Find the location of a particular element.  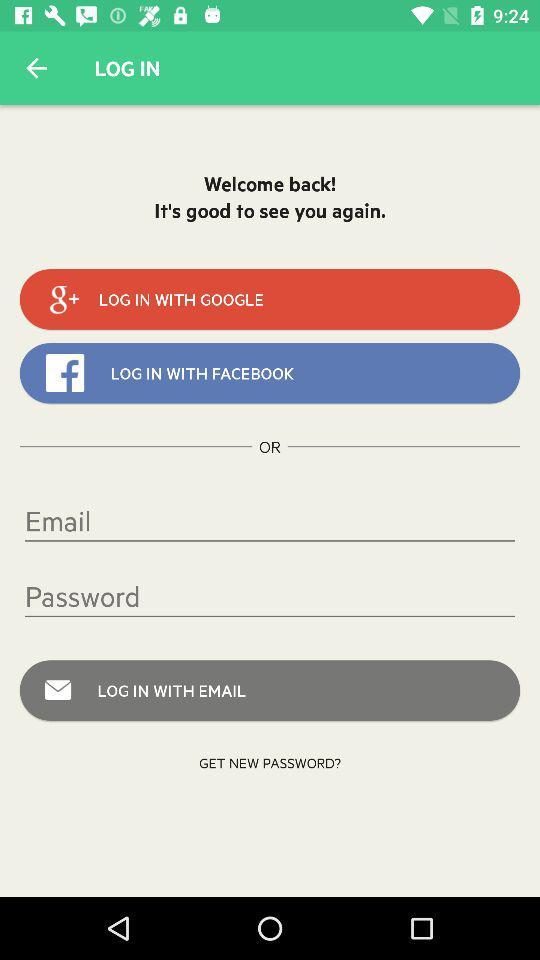

icon below the log in with icon is located at coordinates (270, 761).